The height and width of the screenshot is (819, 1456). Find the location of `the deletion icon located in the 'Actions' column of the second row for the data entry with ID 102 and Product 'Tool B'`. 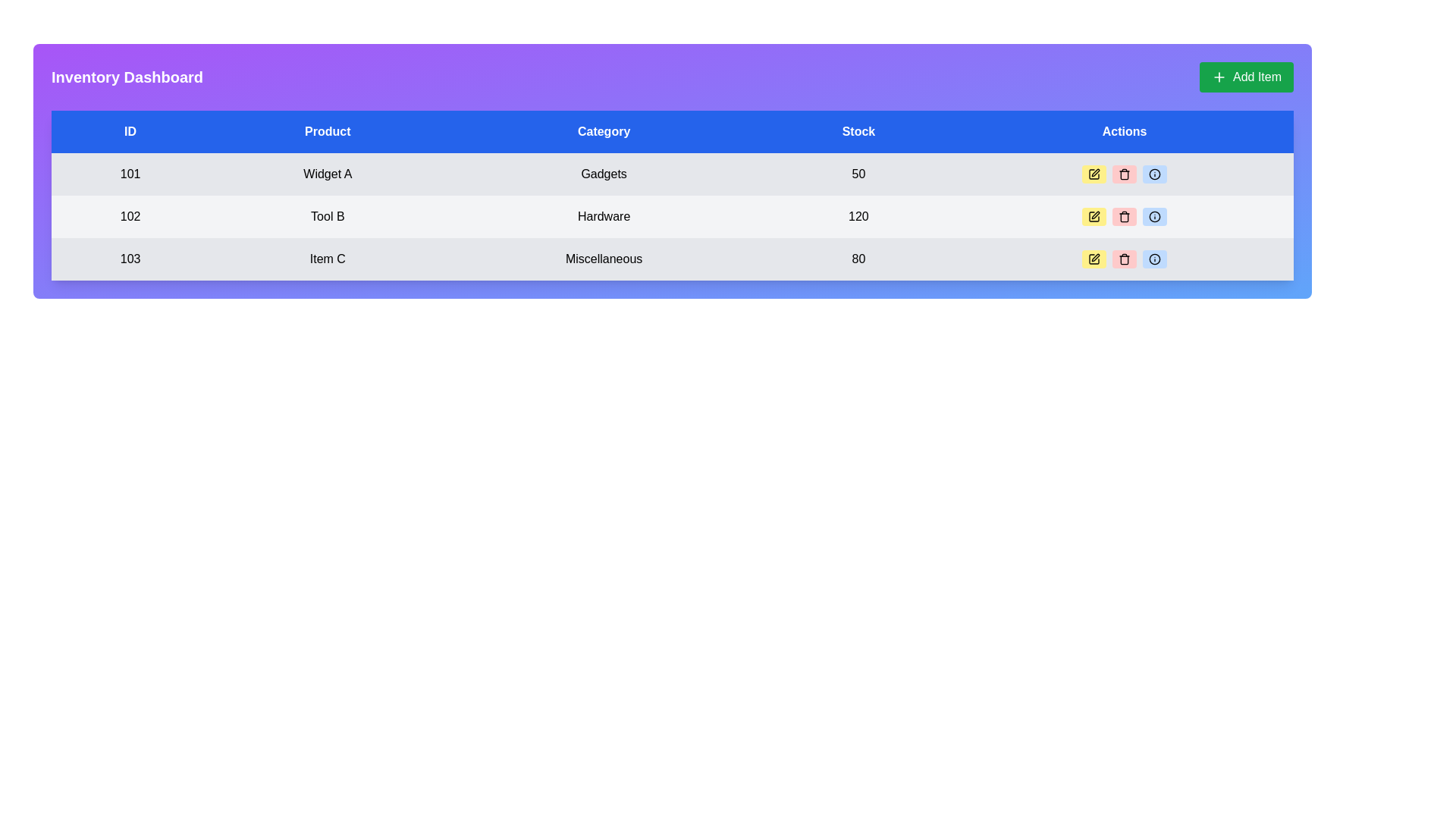

the deletion icon located in the 'Actions' column of the second row for the data entry with ID 102 and Product 'Tool B' is located at coordinates (1125, 216).